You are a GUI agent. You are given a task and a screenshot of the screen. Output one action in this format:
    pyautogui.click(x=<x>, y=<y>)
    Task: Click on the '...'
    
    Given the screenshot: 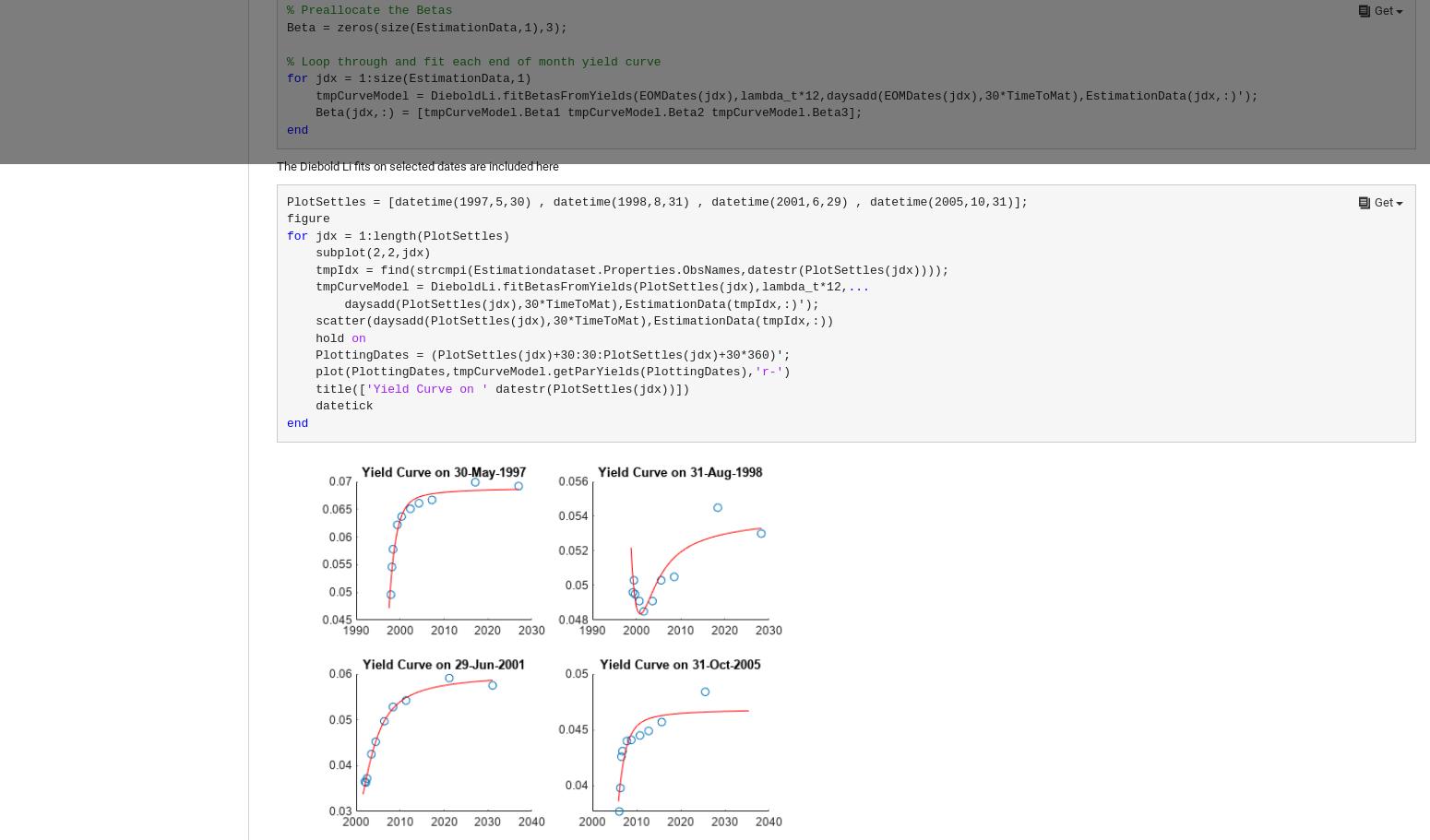 What is the action you would take?
    pyautogui.click(x=858, y=287)
    